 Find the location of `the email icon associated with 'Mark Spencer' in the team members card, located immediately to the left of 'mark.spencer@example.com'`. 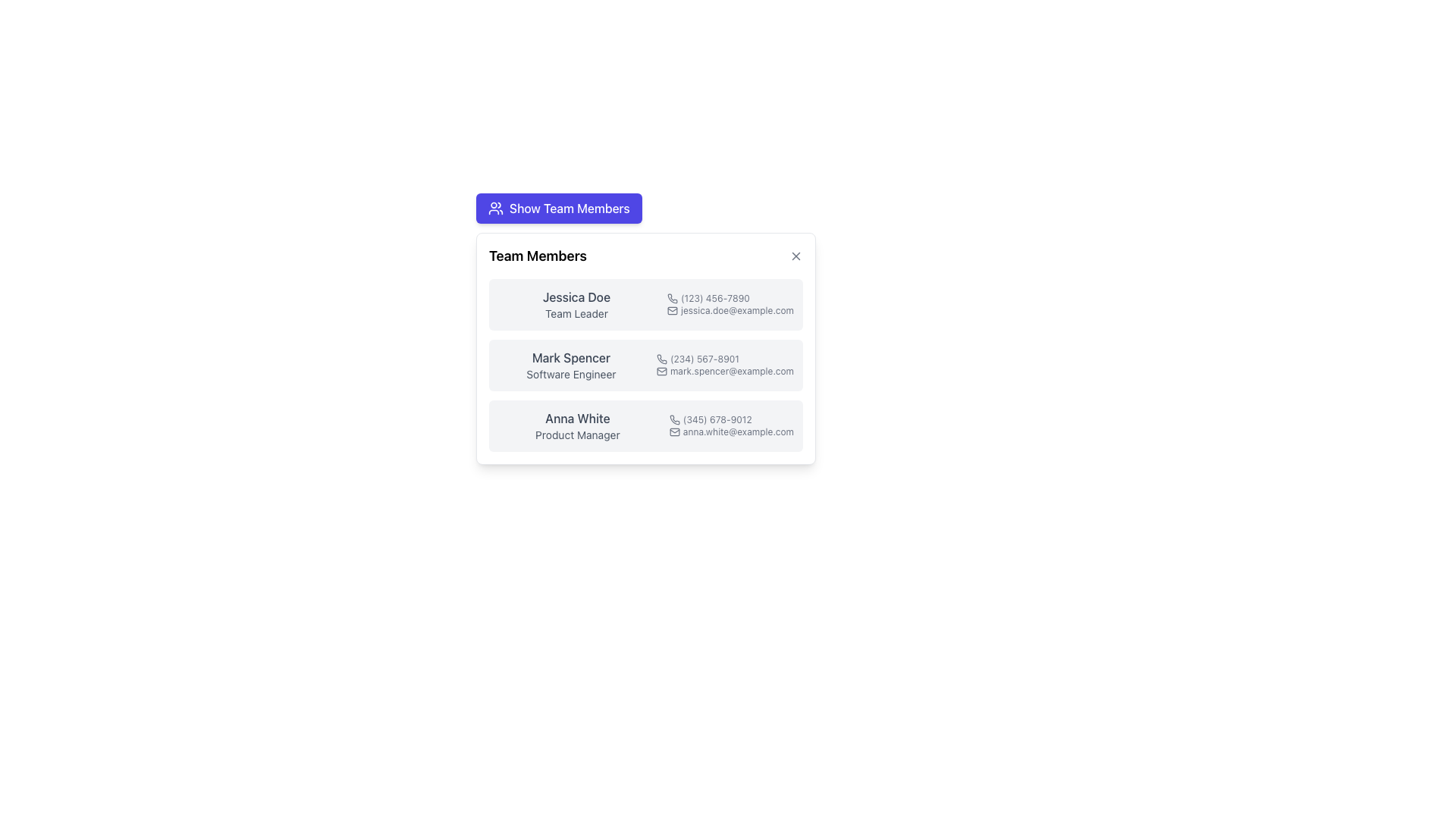

the email icon associated with 'Mark Spencer' in the team members card, located immediately to the left of 'mark.spencer@example.com' is located at coordinates (661, 371).